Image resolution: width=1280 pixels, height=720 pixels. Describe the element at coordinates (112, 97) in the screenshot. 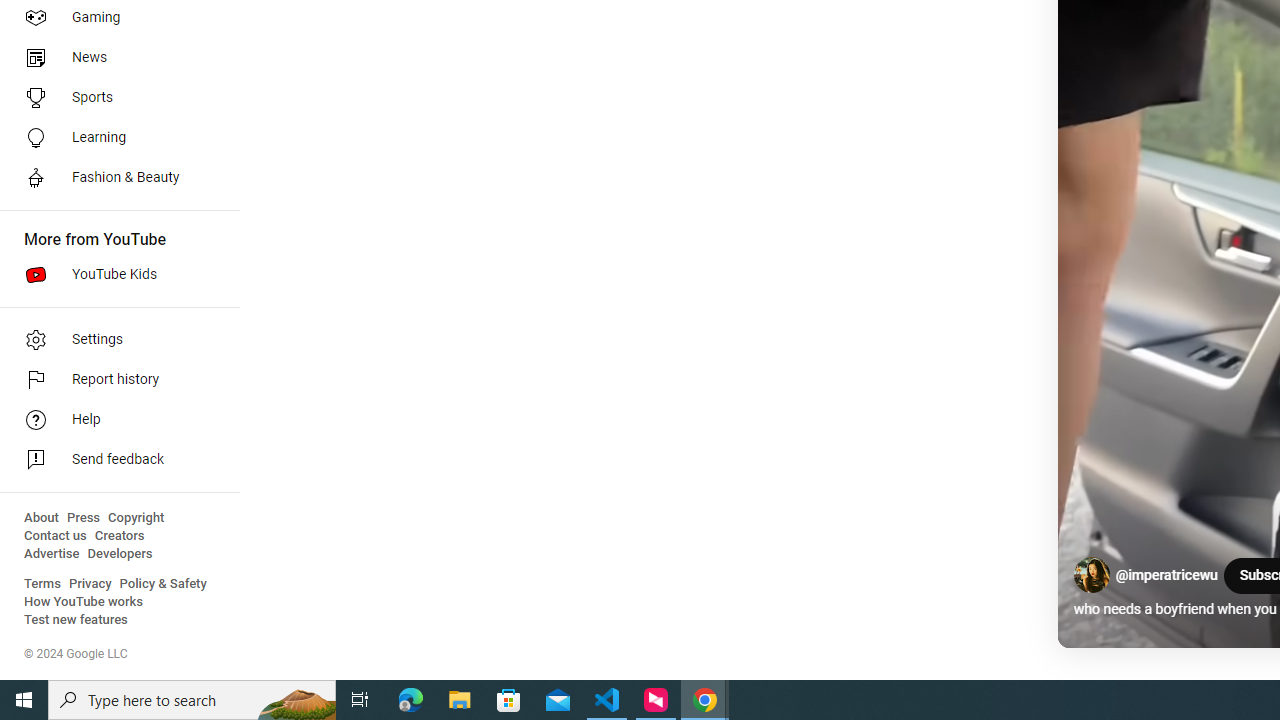

I see `'Sports'` at that location.